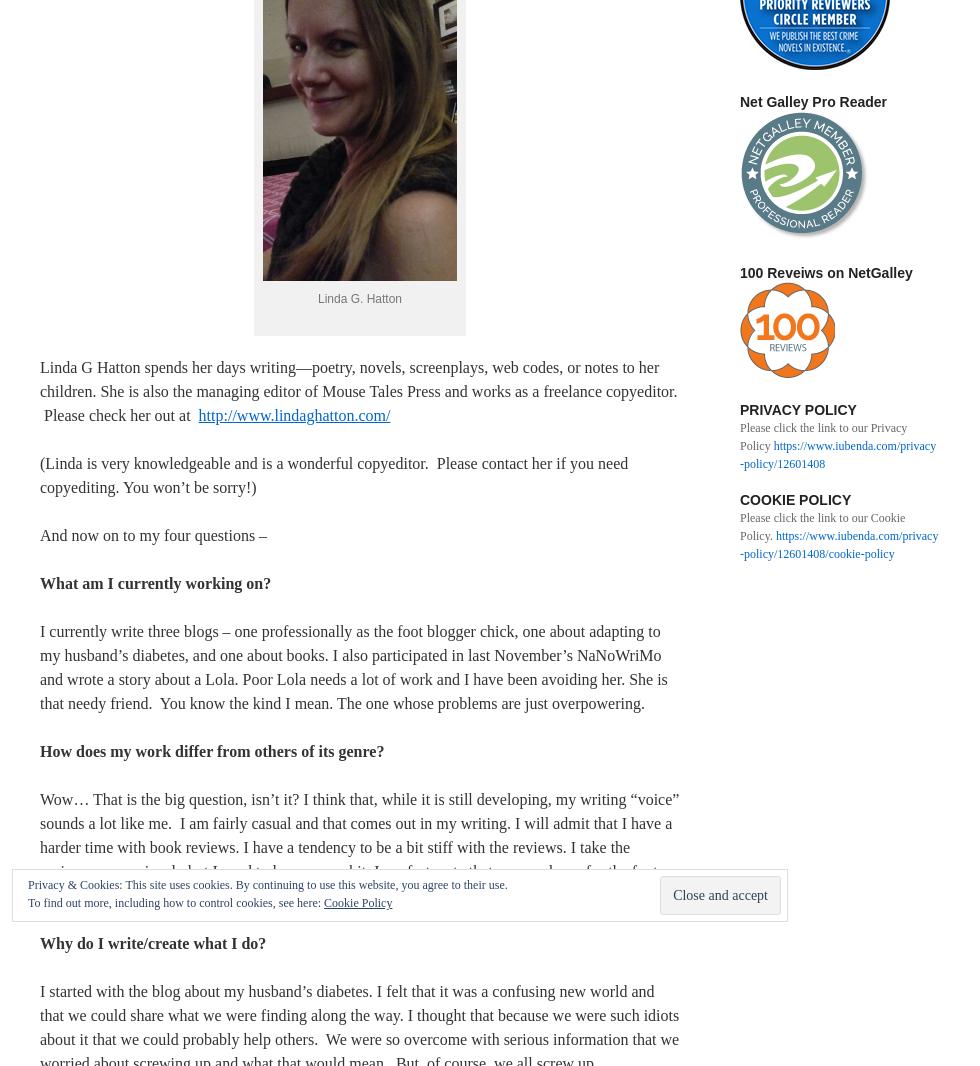 Image resolution: width=980 pixels, height=1066 pixels. Describe the element at coordinates (155, 581) in the screenshot. I see `'What am I currently working on?'` at that location.